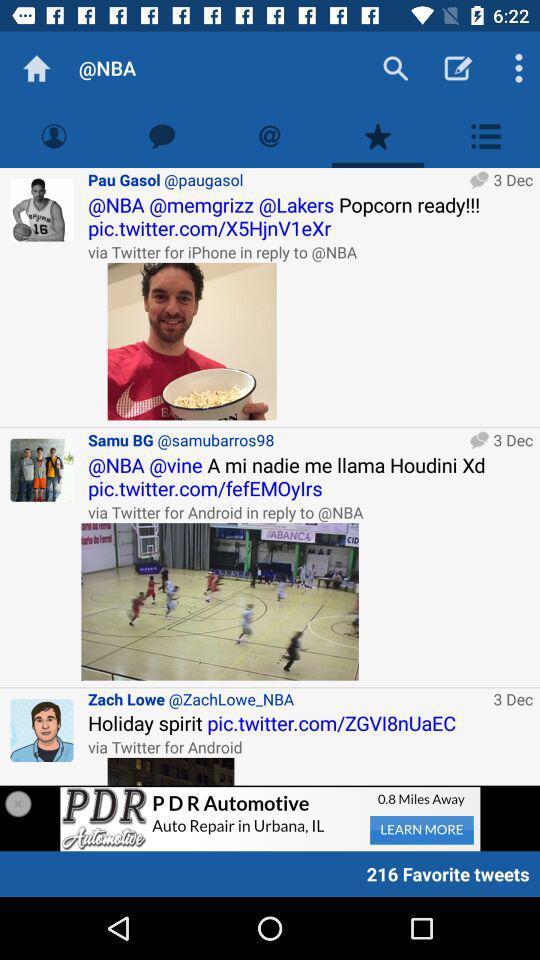 The width and height of the screenshot is (540, 960). Describe the element at coordinates (378, 135) in the screenshot. I see `to favorites` at that location.